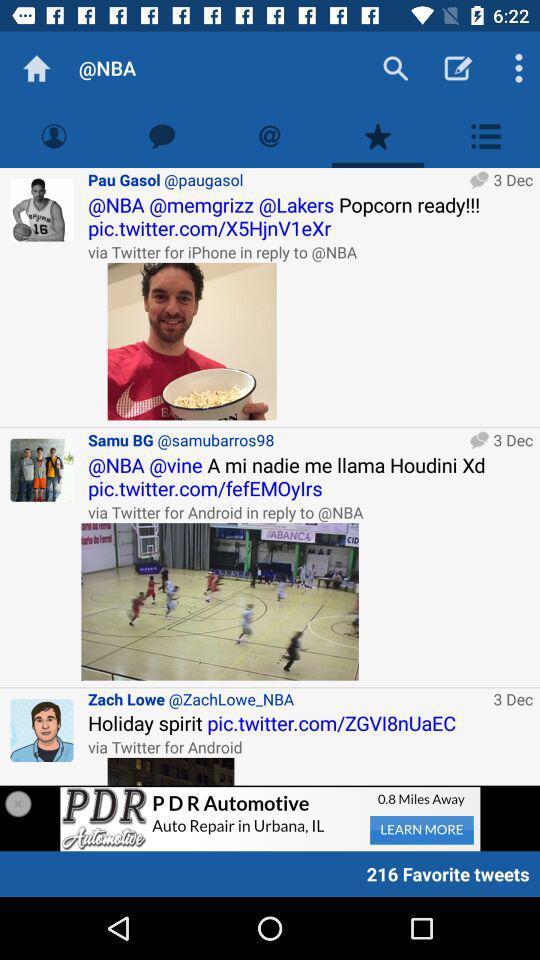 The width and height of the screenshot is (540, 960). Describe the element at coordinates (378, 135) in the screenshot. I see `to favorites` at that location.